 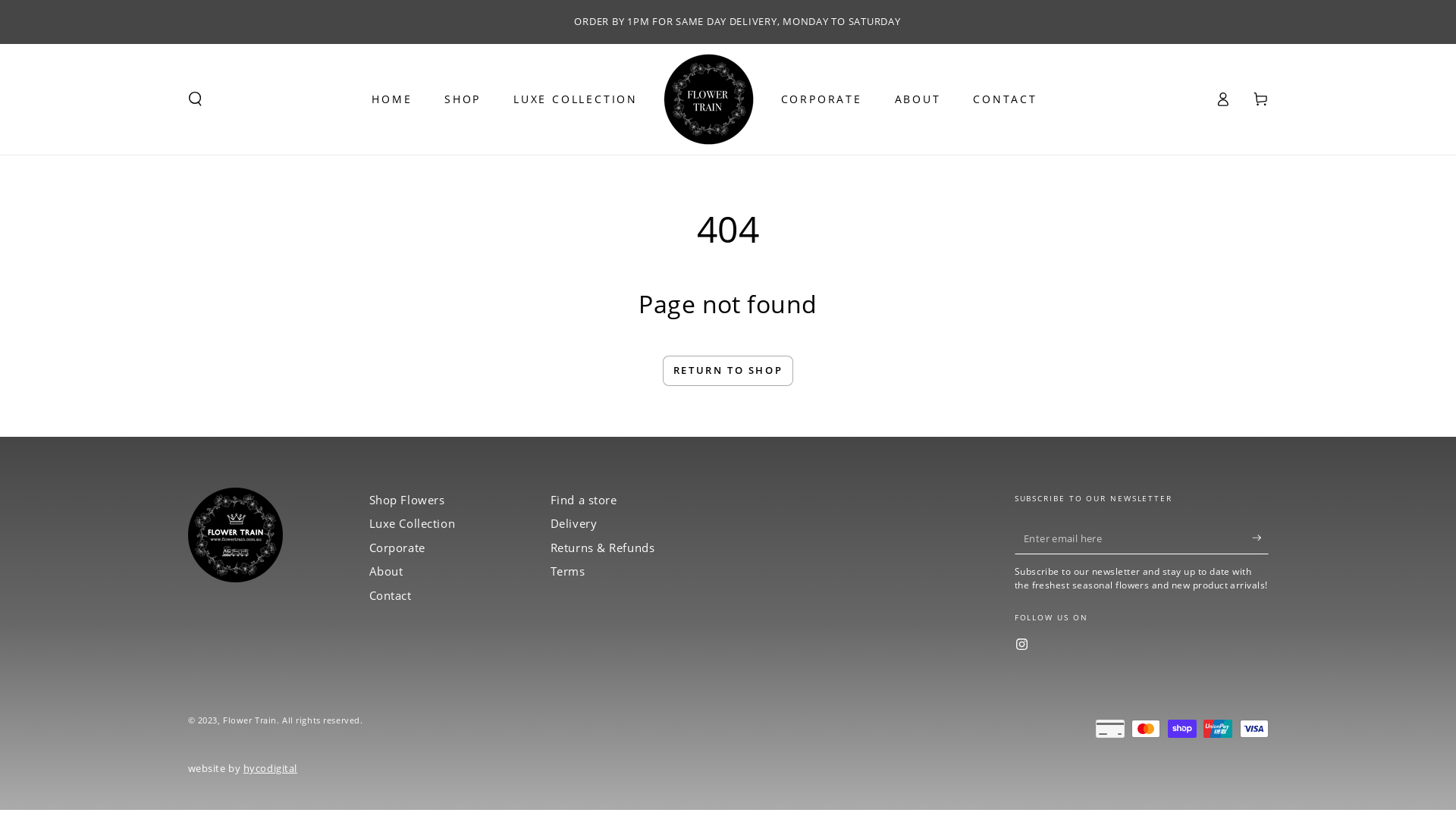 I want to click on 'Luxe Collection', so click(x=412, y=522).